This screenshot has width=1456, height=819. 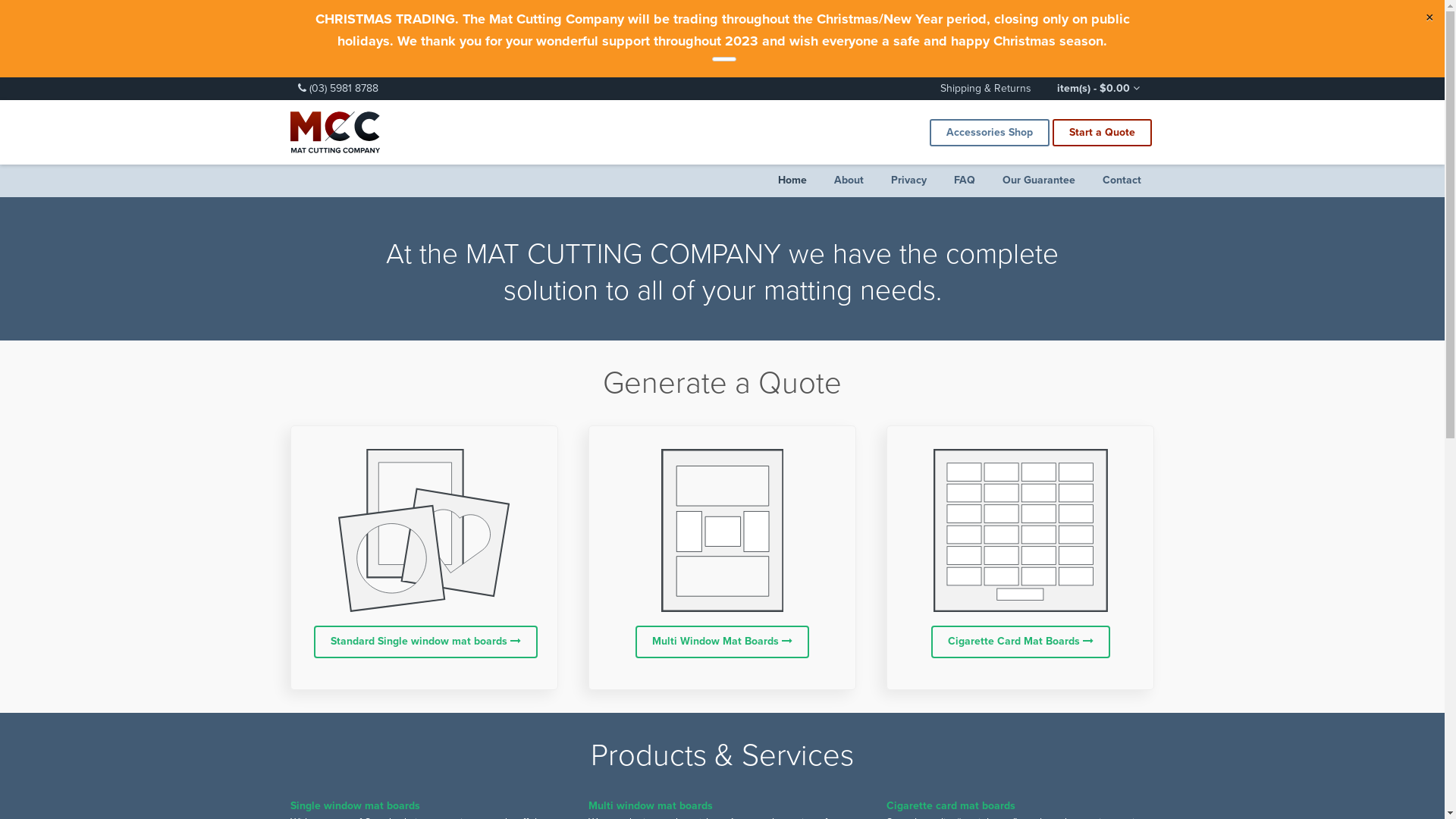 What do you see at coordinates (1037, 180) in the screenshot?
I see `'Our Guarantee'` at bounding box center [1037, 180].